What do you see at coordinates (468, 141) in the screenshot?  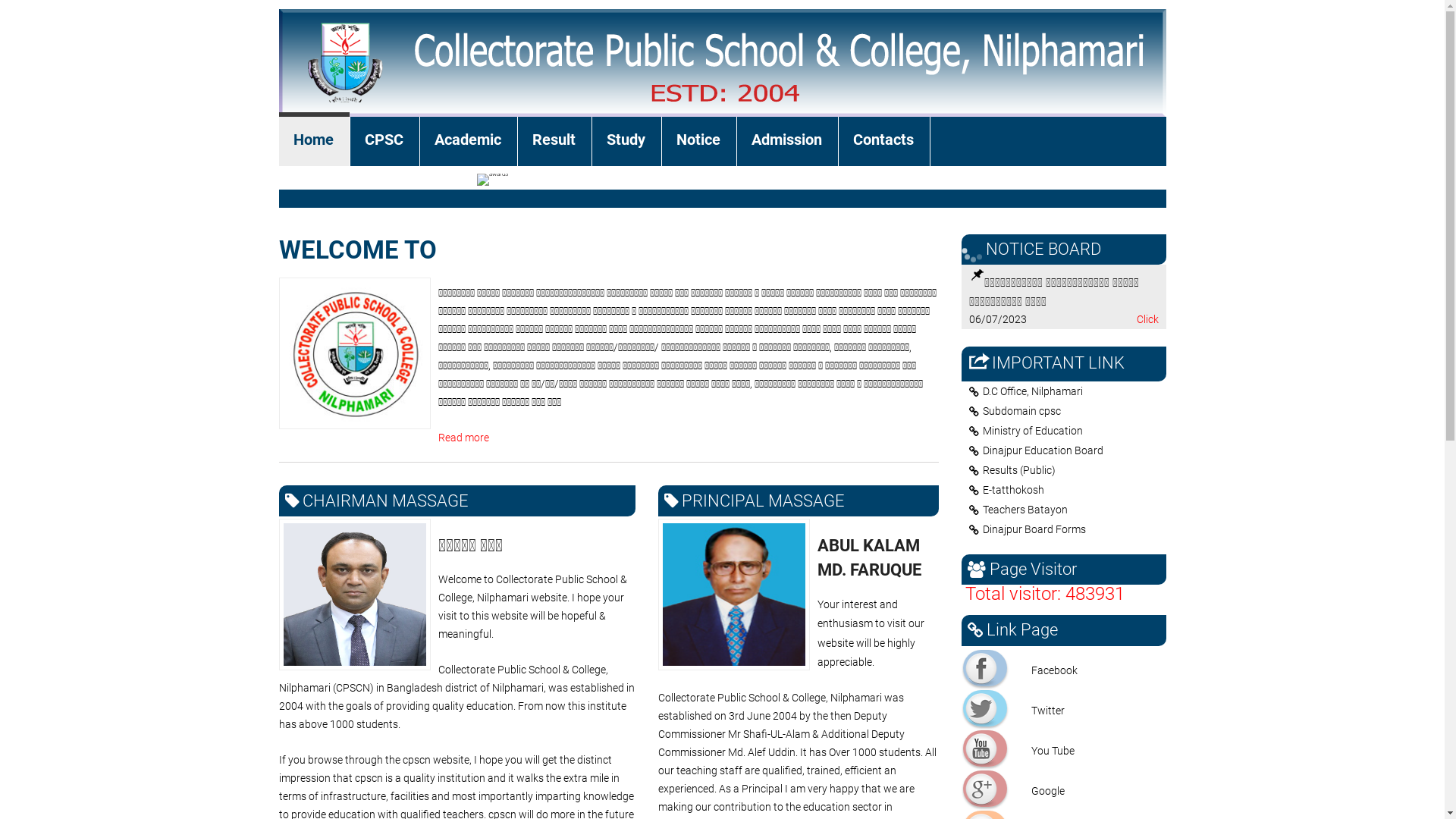 I see `'Academic'` at bounding box center [468, 141].